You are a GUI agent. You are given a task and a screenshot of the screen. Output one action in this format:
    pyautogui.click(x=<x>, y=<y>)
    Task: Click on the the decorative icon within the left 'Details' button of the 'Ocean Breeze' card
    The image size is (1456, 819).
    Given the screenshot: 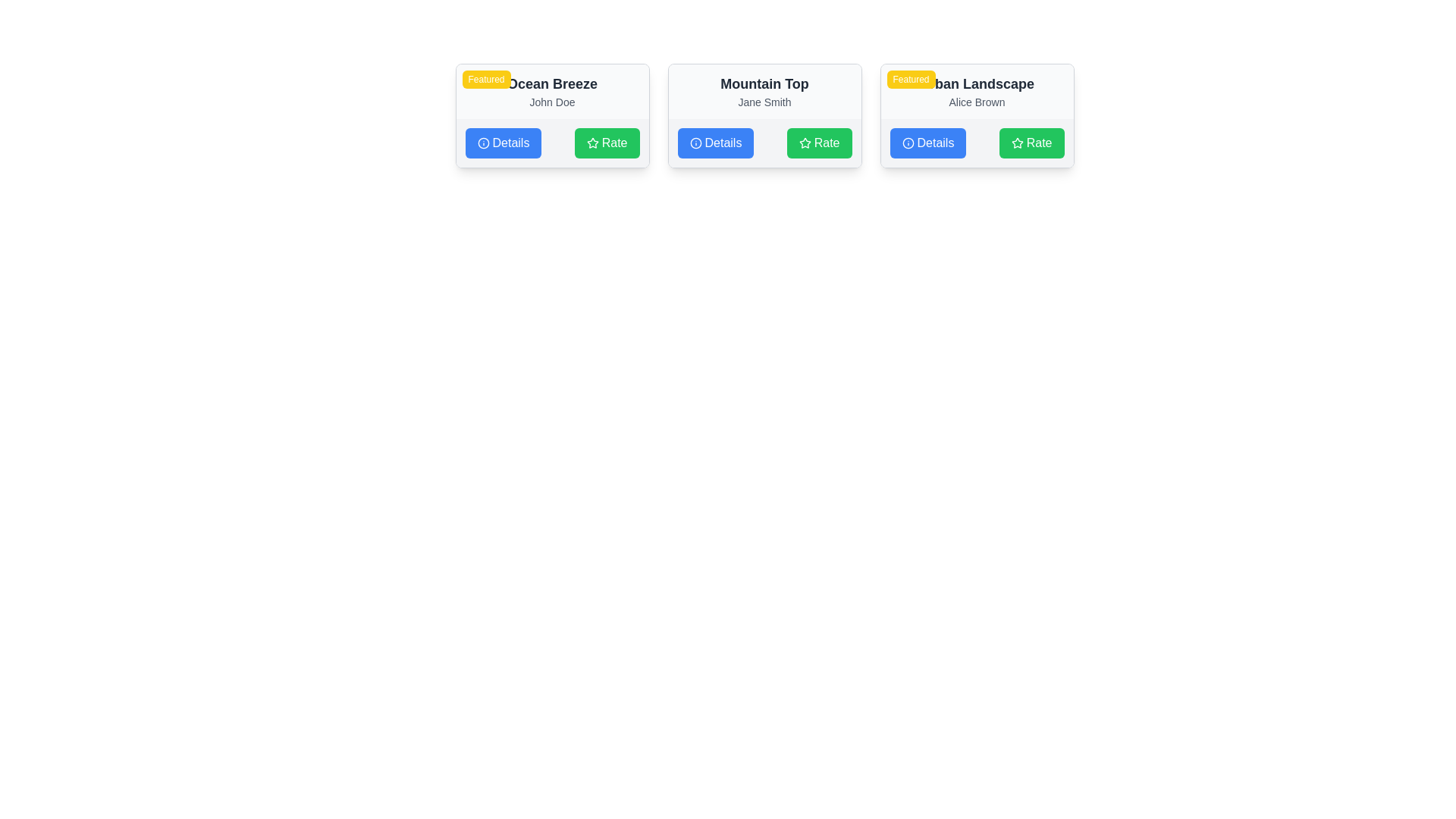 What is the action you would take?
    pyautogui.click(x=482, y=143)
    